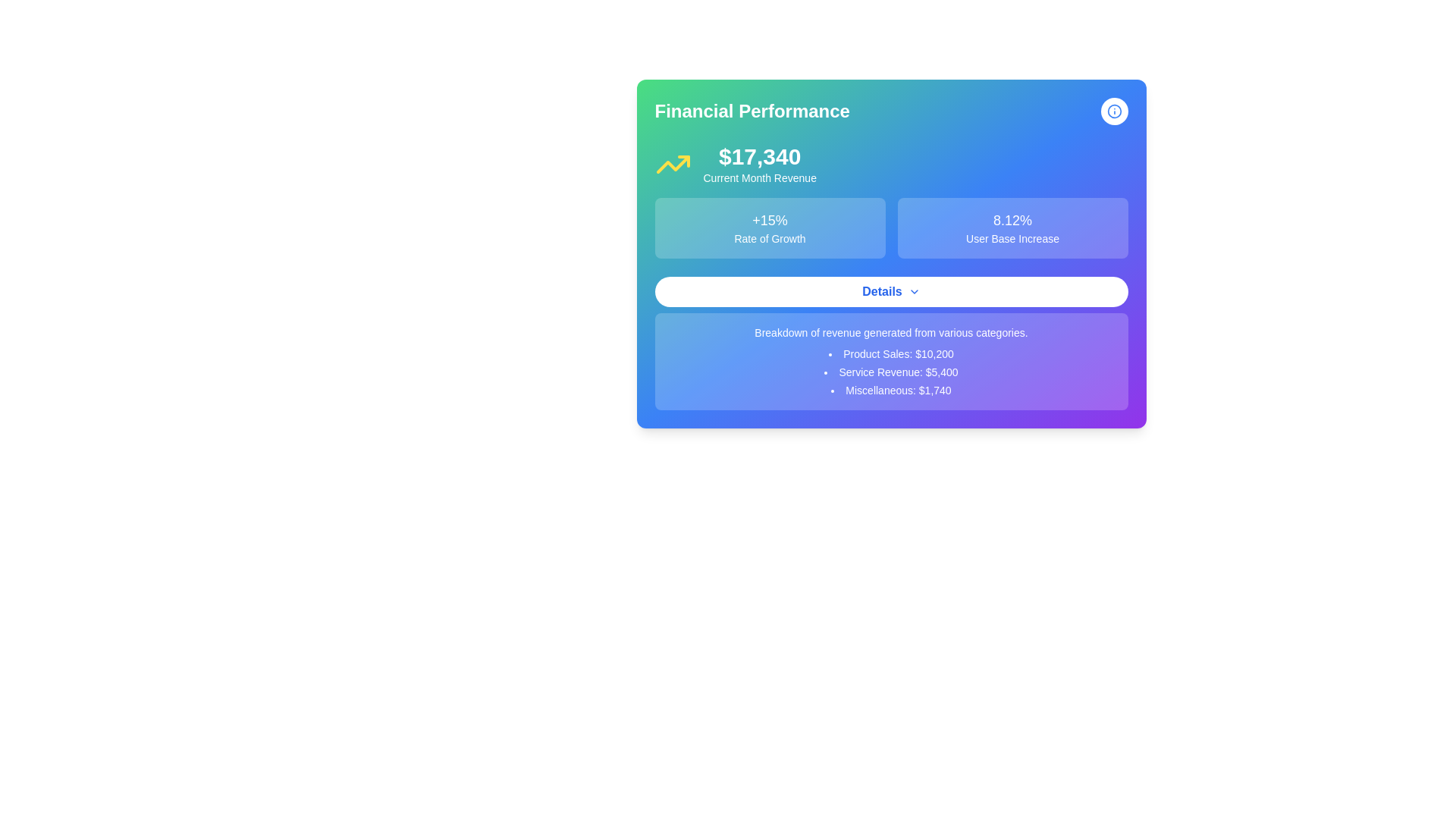  Describe the element at coordinates (760, 157) in the screenshot. I see `the text label displaying the current month's revenue, which is centered above the smaller text labeled 'Current Month Revenue' in the 'Financial Performance' card` at that location.